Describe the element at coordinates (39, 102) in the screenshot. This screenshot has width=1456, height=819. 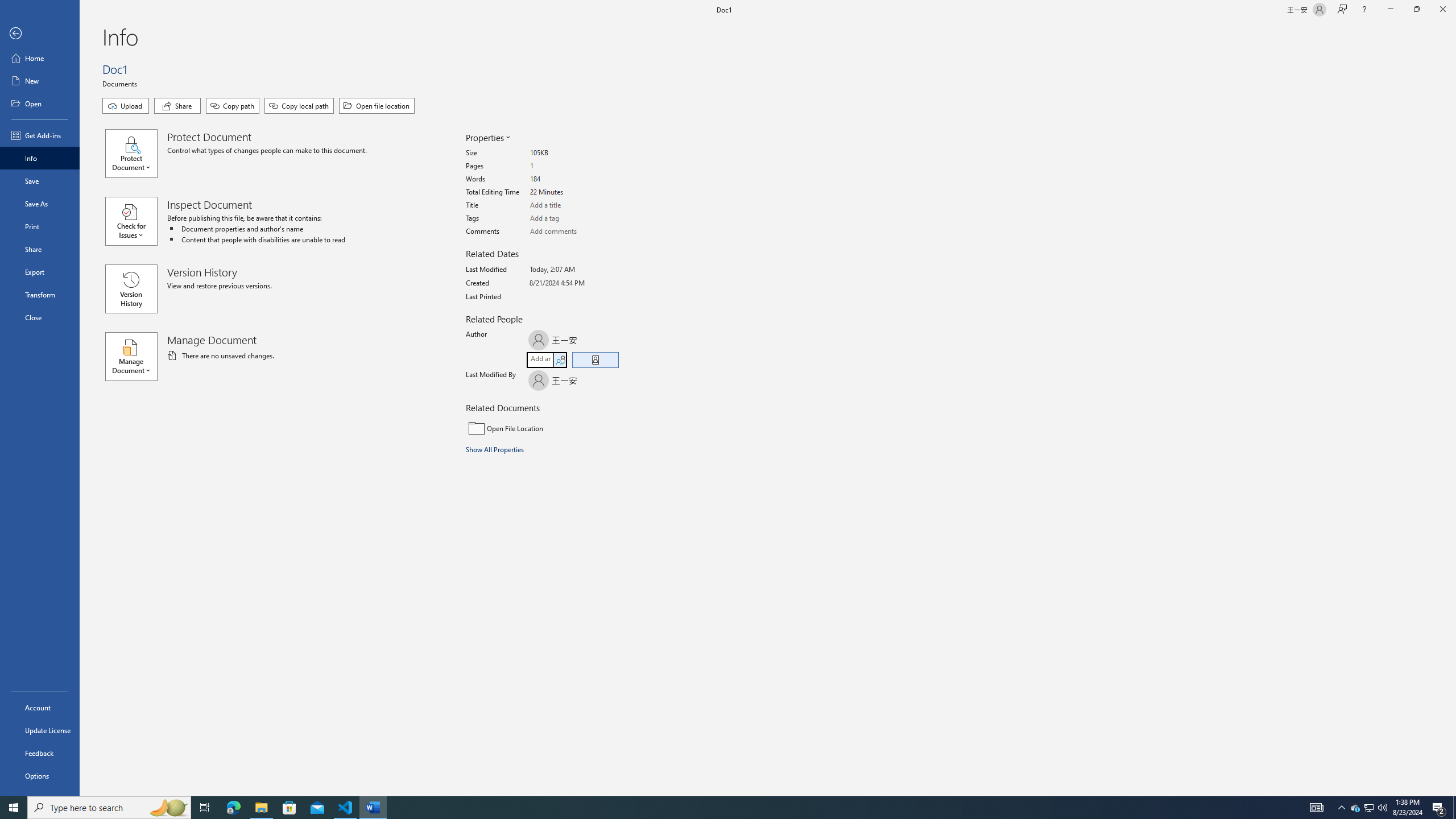
I see `'Open'` at that location.